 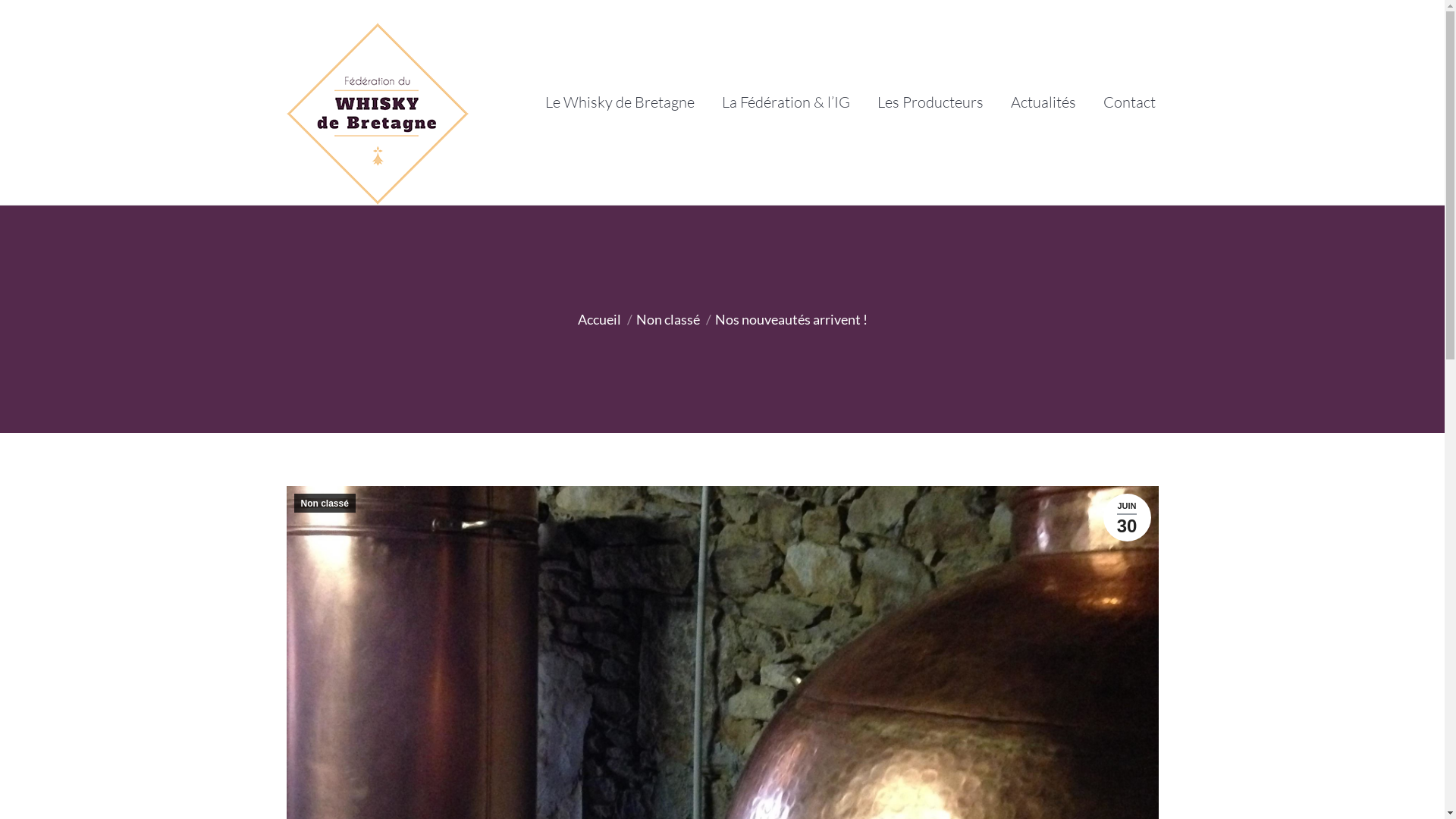 What do you see at coordinates (619, 102) in the screenshot?
I see `'Le Whisky de Bretagne'` at bounding box center [619, 102].